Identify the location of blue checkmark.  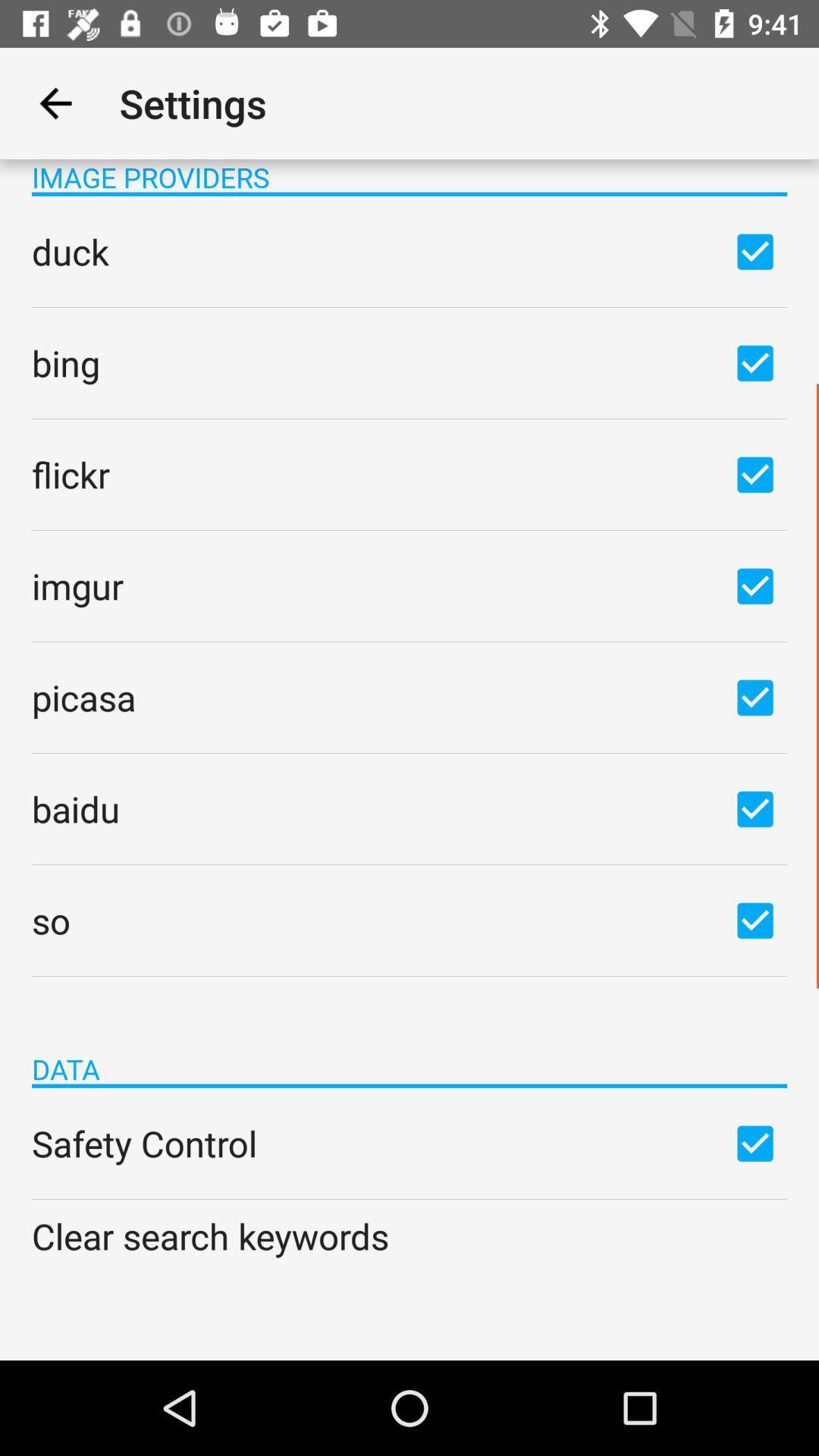
(755, 696).